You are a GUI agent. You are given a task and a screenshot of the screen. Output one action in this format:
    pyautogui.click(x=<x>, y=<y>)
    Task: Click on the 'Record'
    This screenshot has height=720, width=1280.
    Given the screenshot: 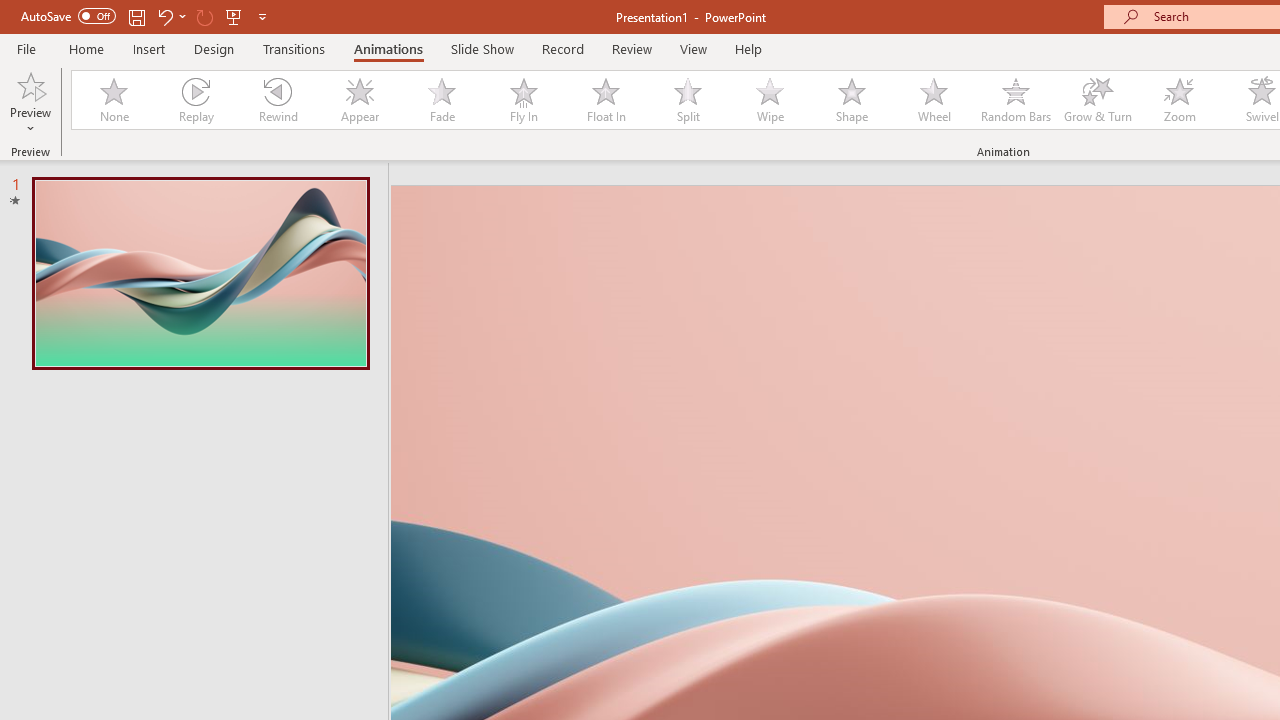 What is the action you would take?
    pyautogui.click(x=561, y=48)
    